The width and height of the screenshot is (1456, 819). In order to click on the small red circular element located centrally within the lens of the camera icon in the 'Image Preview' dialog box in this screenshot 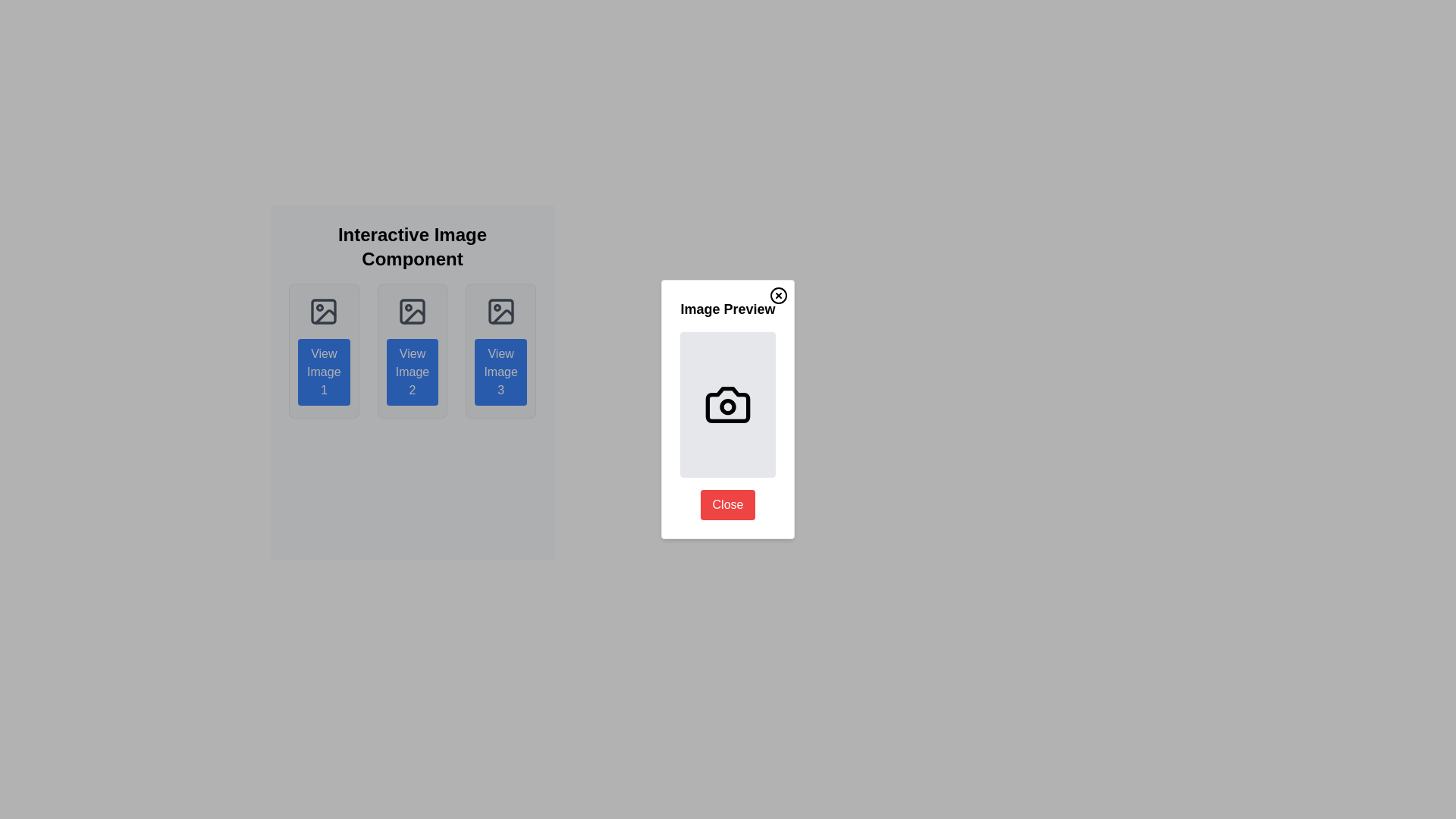, I will do `click(728, 406)`.